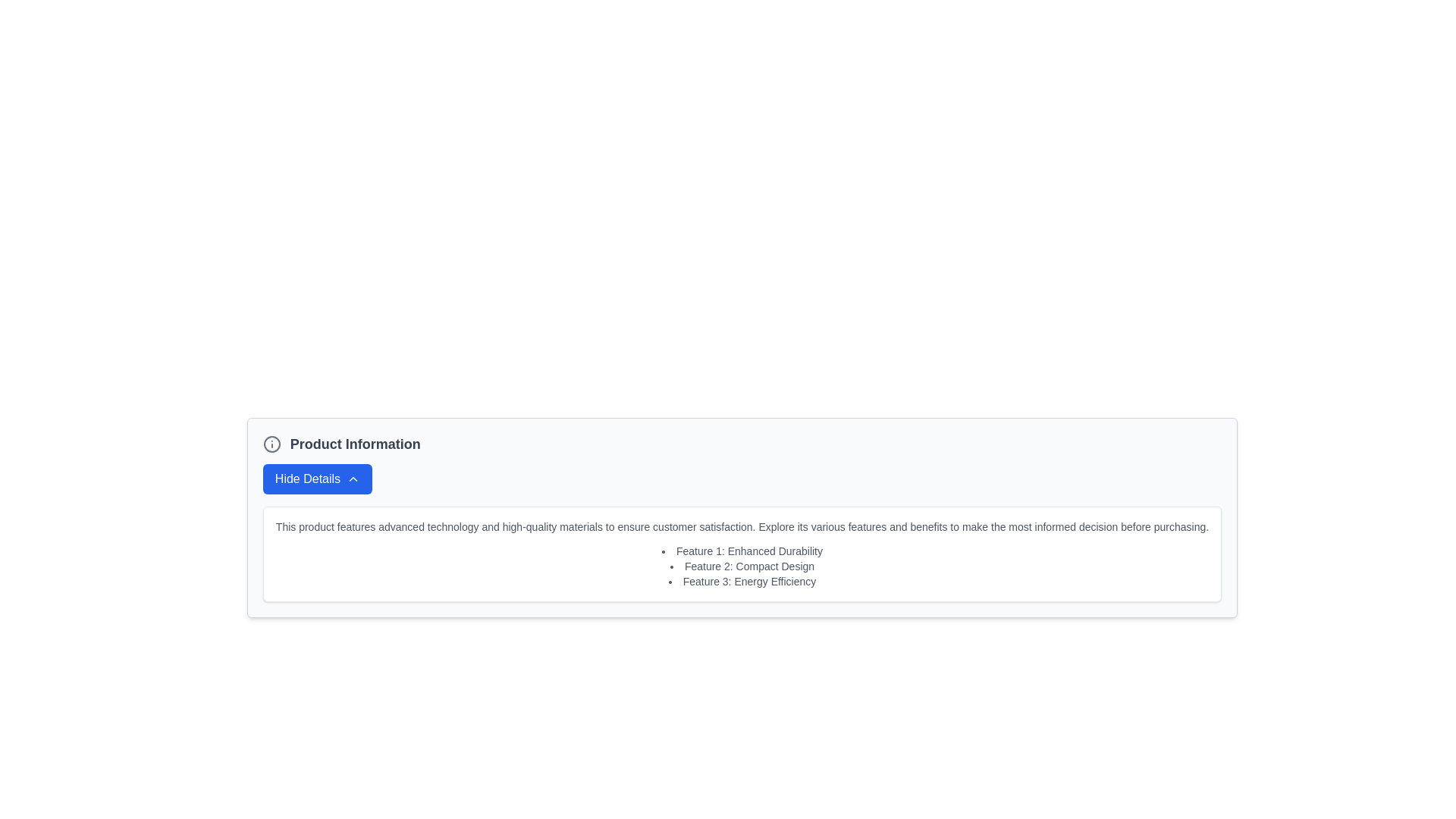 The image size is (1456, 819). What do you see at coordinates (354, 444) in the screenshot?
I see `the 'Product Information' text label, which is styled in bold and larger font` at bounding box center [354, 444].